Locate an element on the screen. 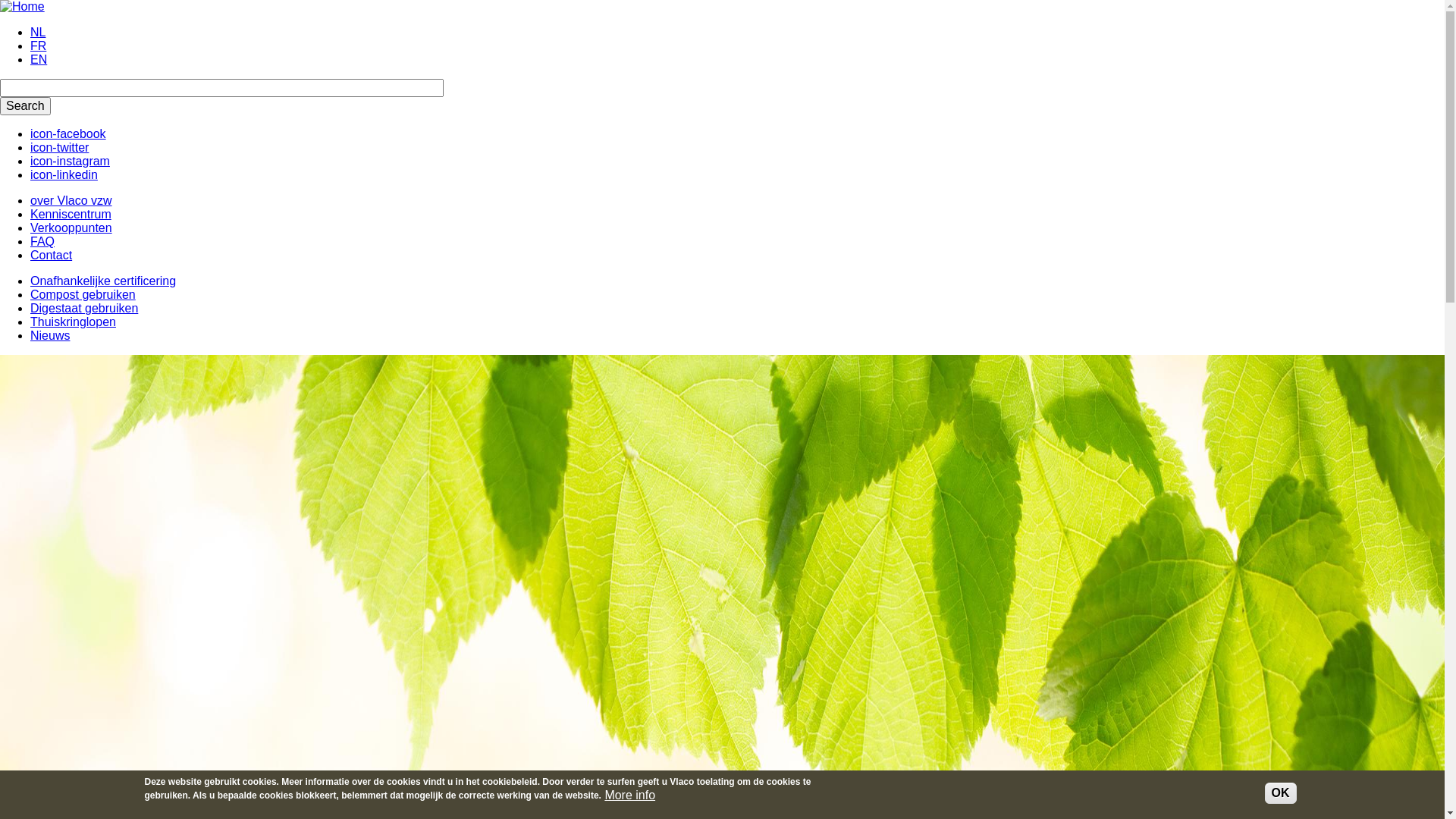  'Compost gebruiken' is located at coordinates (30, 294).